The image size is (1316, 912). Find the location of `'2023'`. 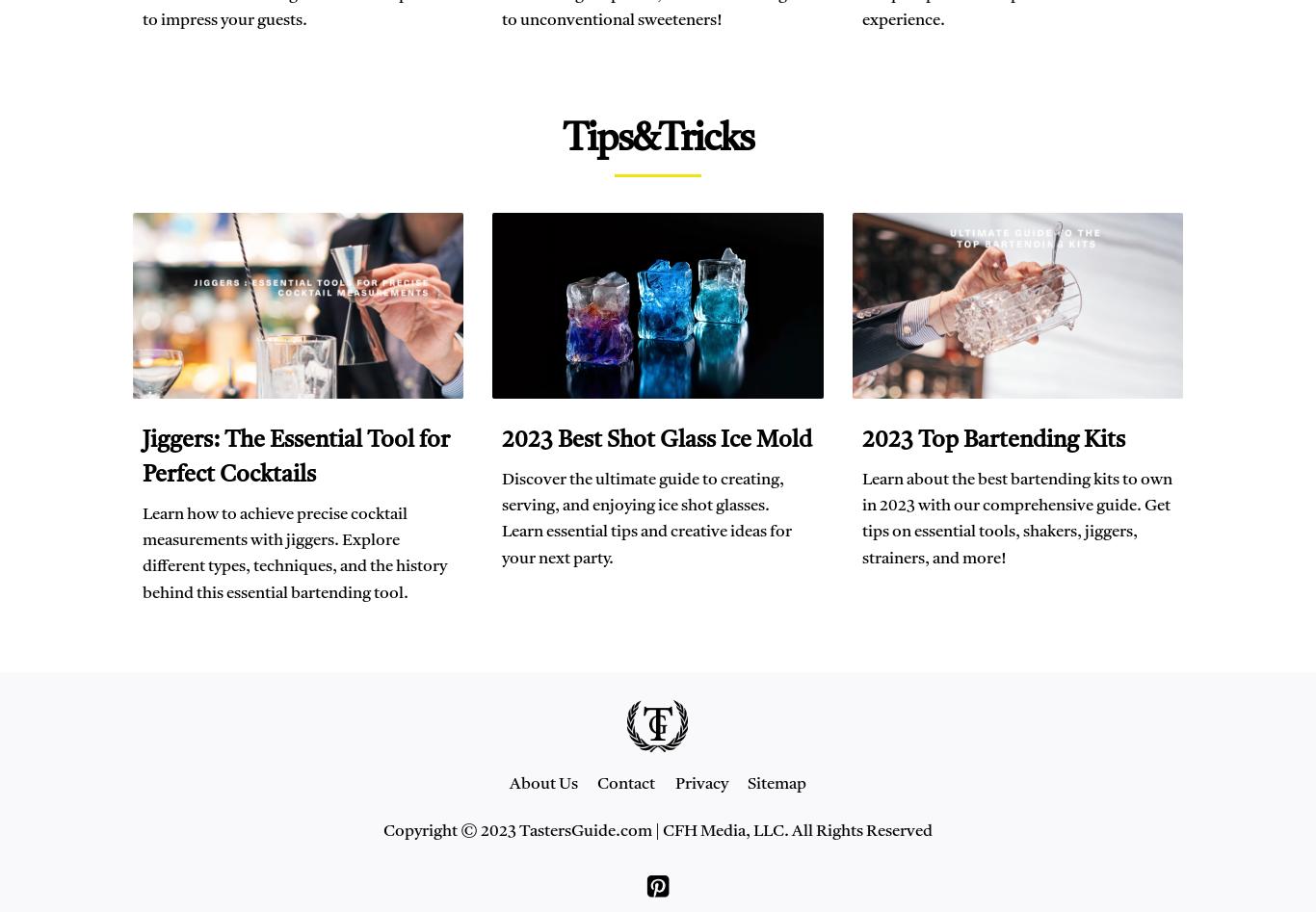

'2023' is located at coordinates (889, 440).